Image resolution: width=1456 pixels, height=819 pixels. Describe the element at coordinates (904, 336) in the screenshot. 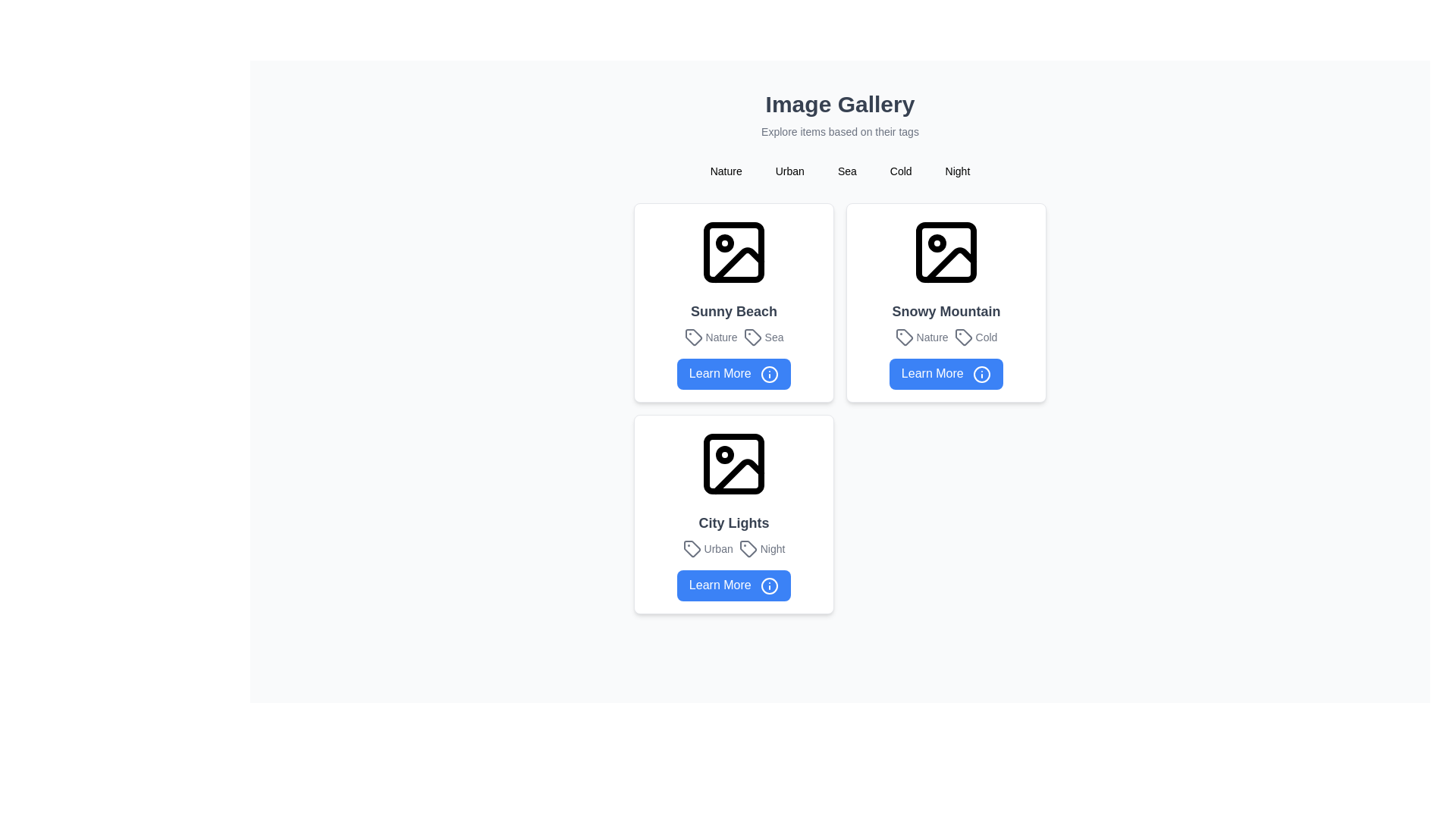

I see `the small tag icon with rounded edges and a hole near one corner, styled with a minimalist black outline, located within the 'Nature' label of the second card titled 'Snowy Mountain' in the grid of the image gallery` at that location.